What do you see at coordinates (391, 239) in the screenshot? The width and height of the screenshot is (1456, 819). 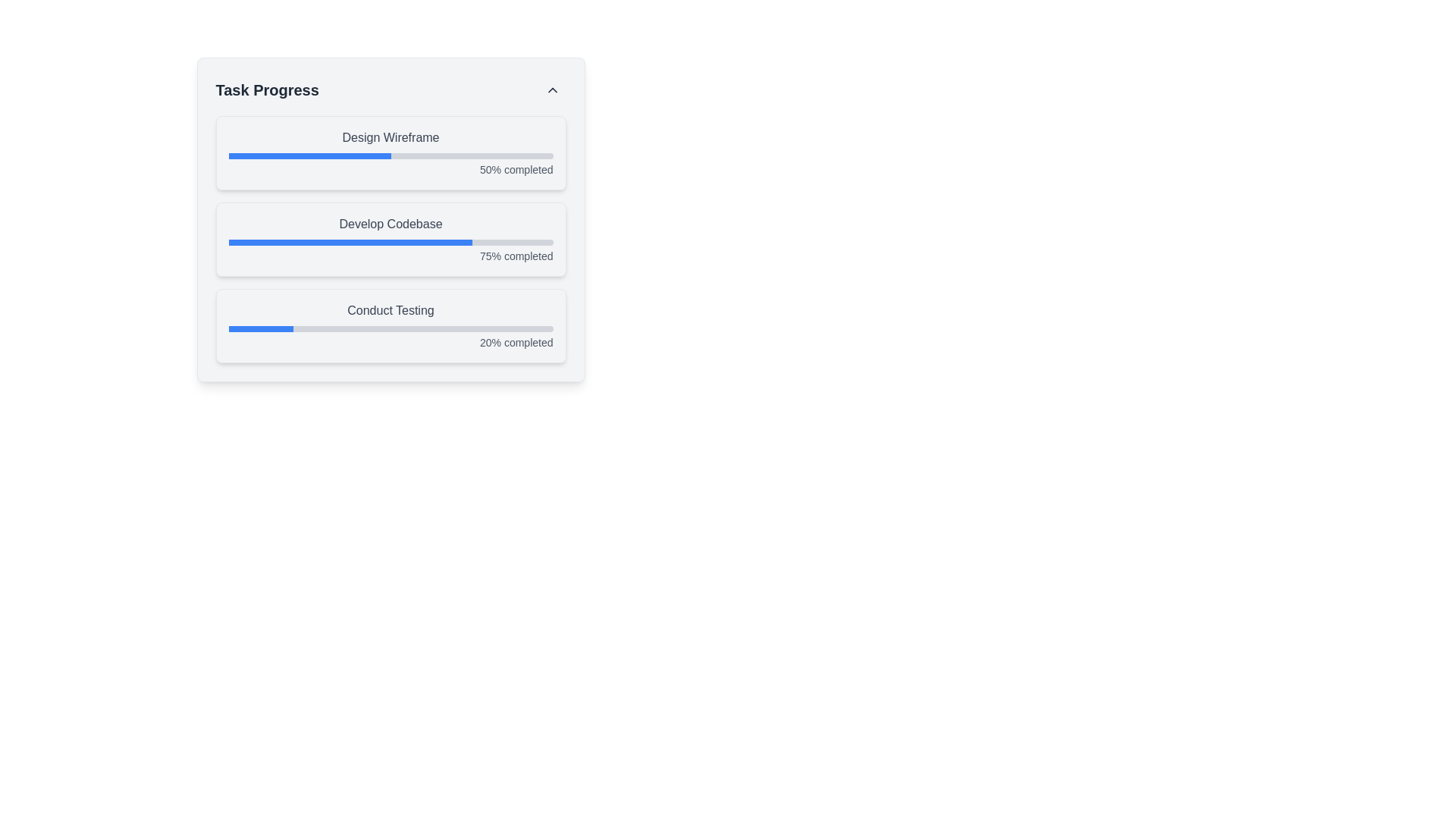 I see `the progress indicator representing 'Develop Codebase', which shows 75% completion, located in the middle section of the task list` at bounding box center [391, 239].